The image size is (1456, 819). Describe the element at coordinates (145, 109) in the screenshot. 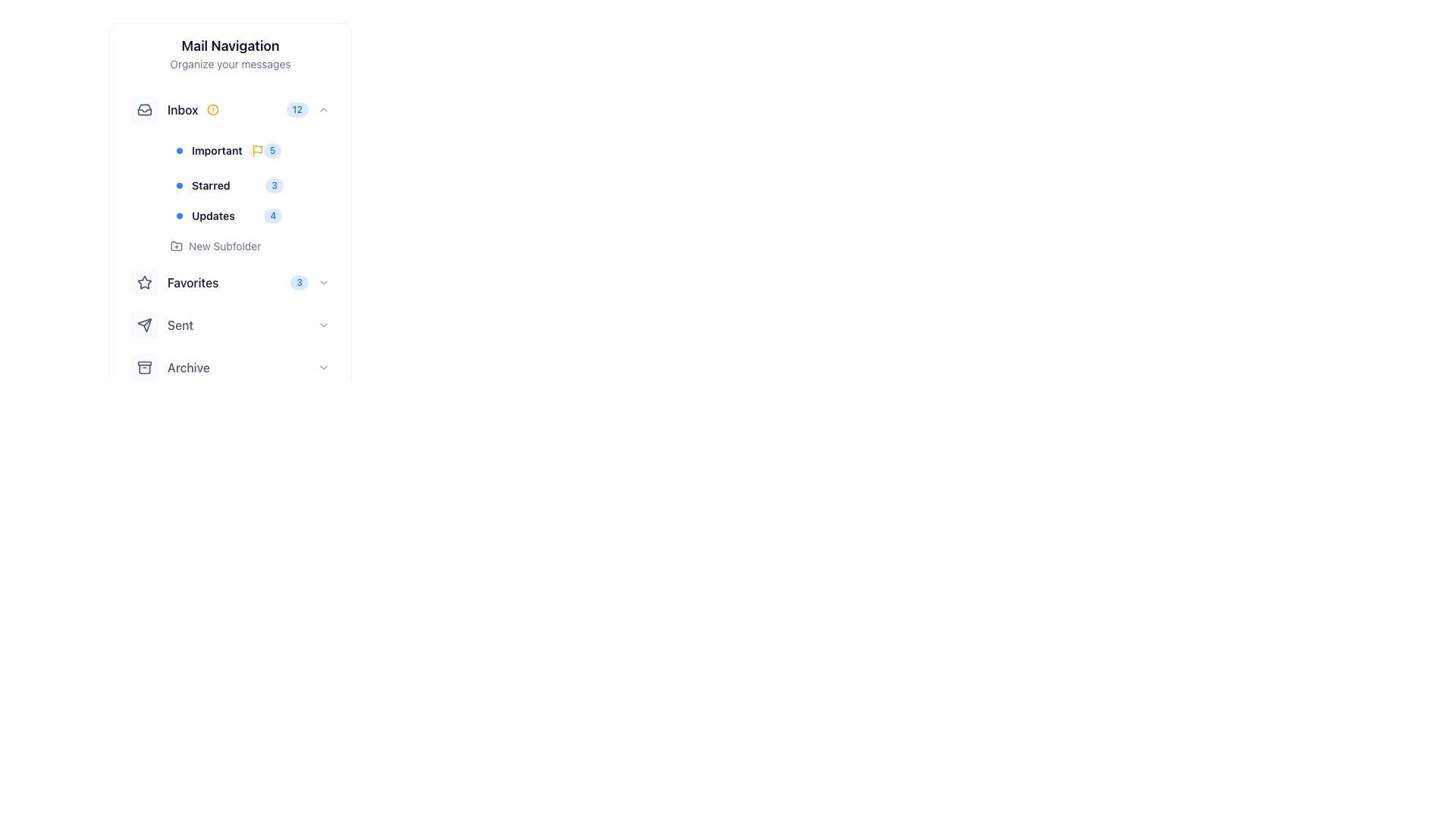

I see `the 'Inbox' icon located in the sidebar navigation menu` at that location.